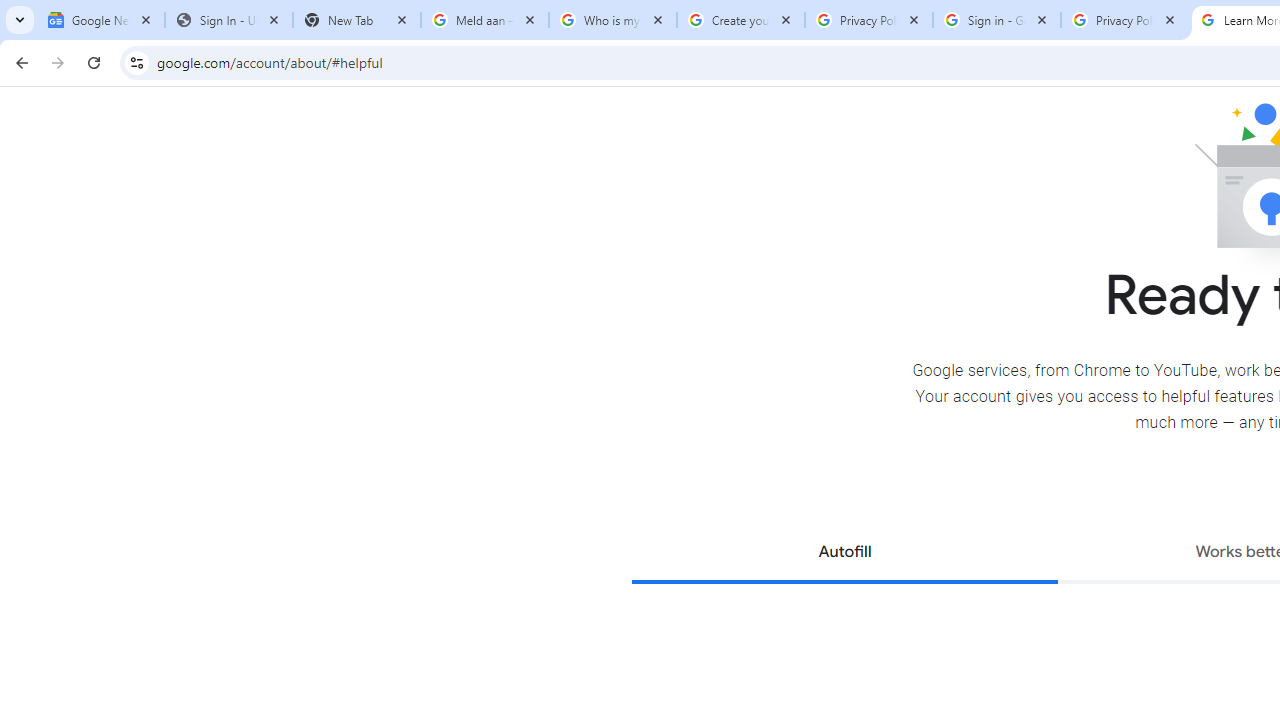 This screenshot has width=1280, height=720. What do you see at coordinates (844, 554) in the screenshot?
I see `'Autofill'` at bounding box center [844, 554].